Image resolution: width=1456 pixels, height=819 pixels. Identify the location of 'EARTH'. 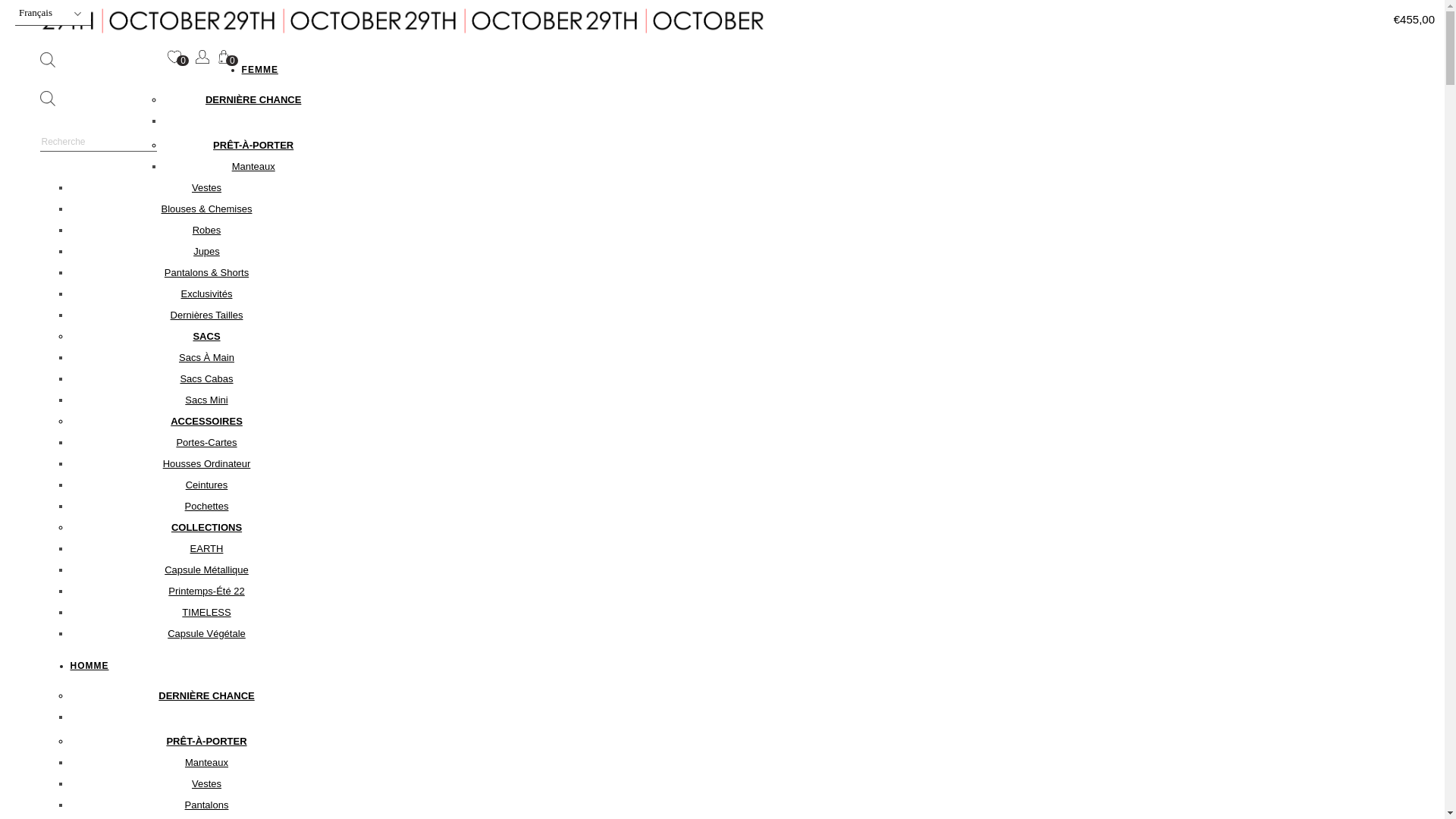
(206, 548).